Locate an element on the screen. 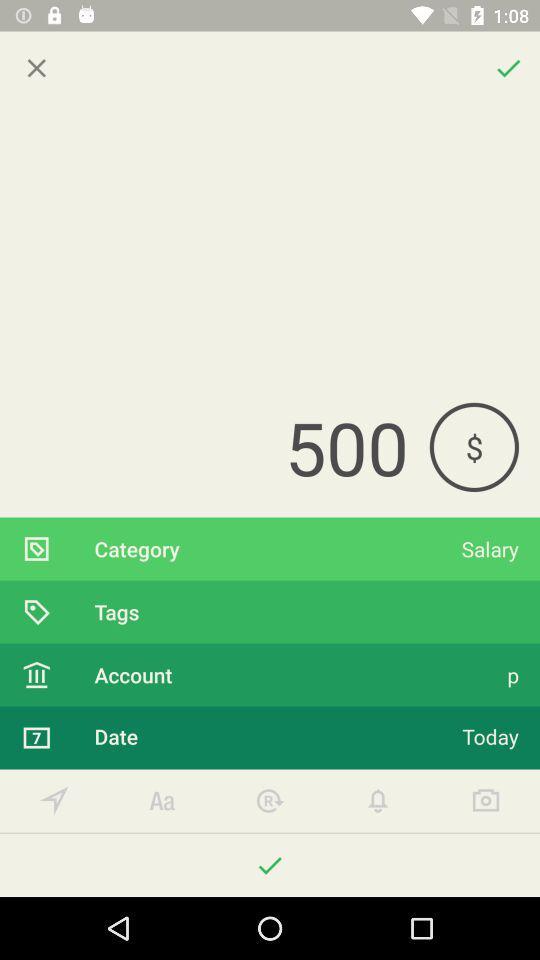 This screenshot has height=960, width=540. your option is located at coordinates (54, 801).